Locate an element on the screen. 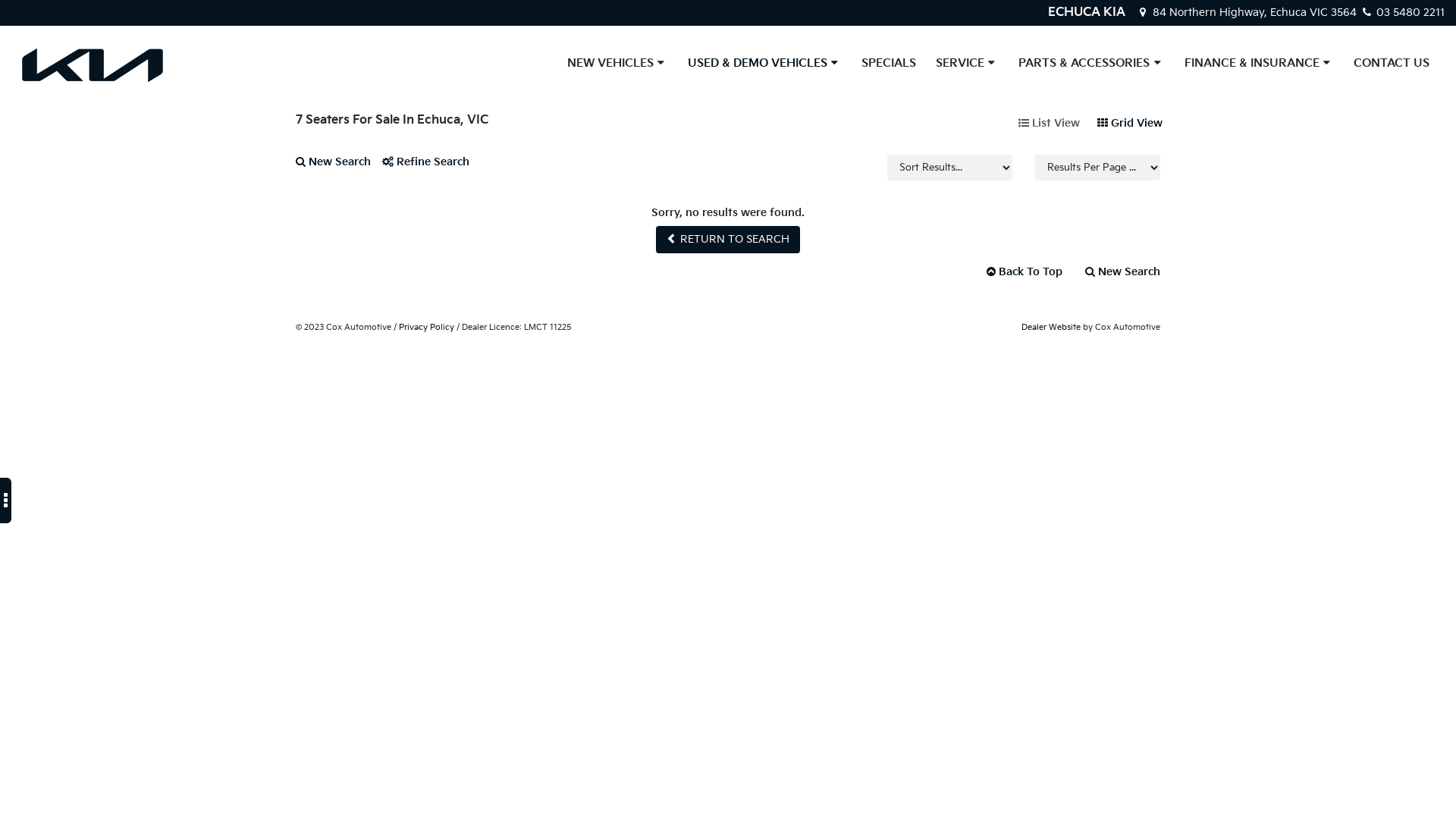  'Privacy Policy' is located at coordinates (425, 326).